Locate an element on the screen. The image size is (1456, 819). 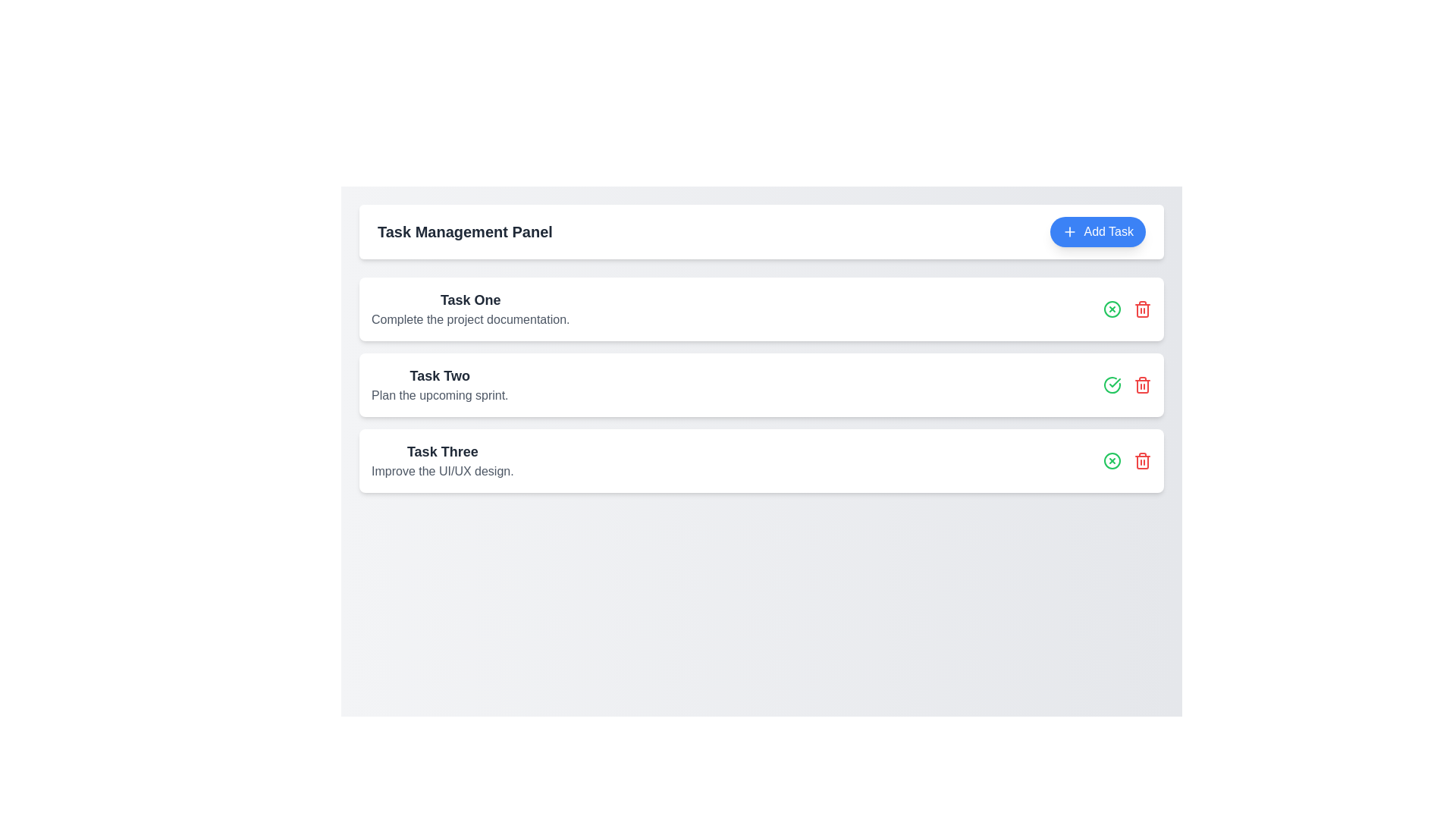
the delete button located at the far right of the third row in the task list for 'Task Three' is located at coordinates (1143, 385).